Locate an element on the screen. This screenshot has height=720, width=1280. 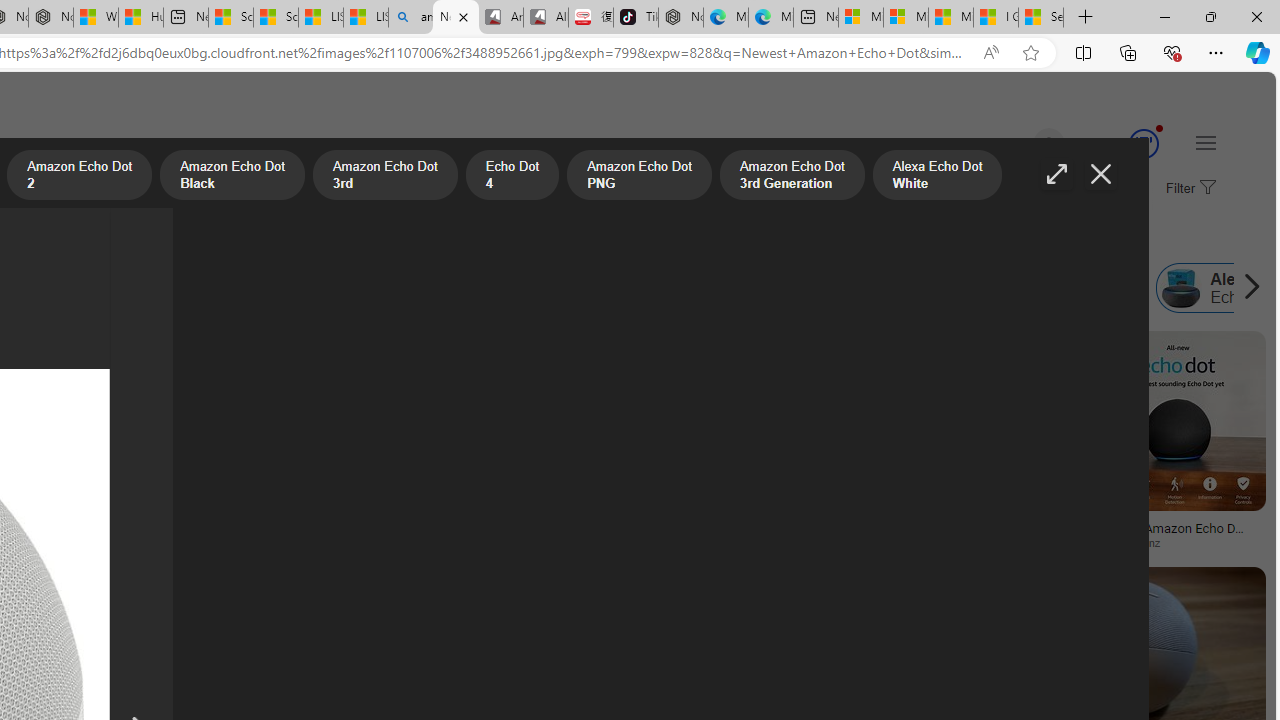
'TikTok' is located at coordinates (635, 17).